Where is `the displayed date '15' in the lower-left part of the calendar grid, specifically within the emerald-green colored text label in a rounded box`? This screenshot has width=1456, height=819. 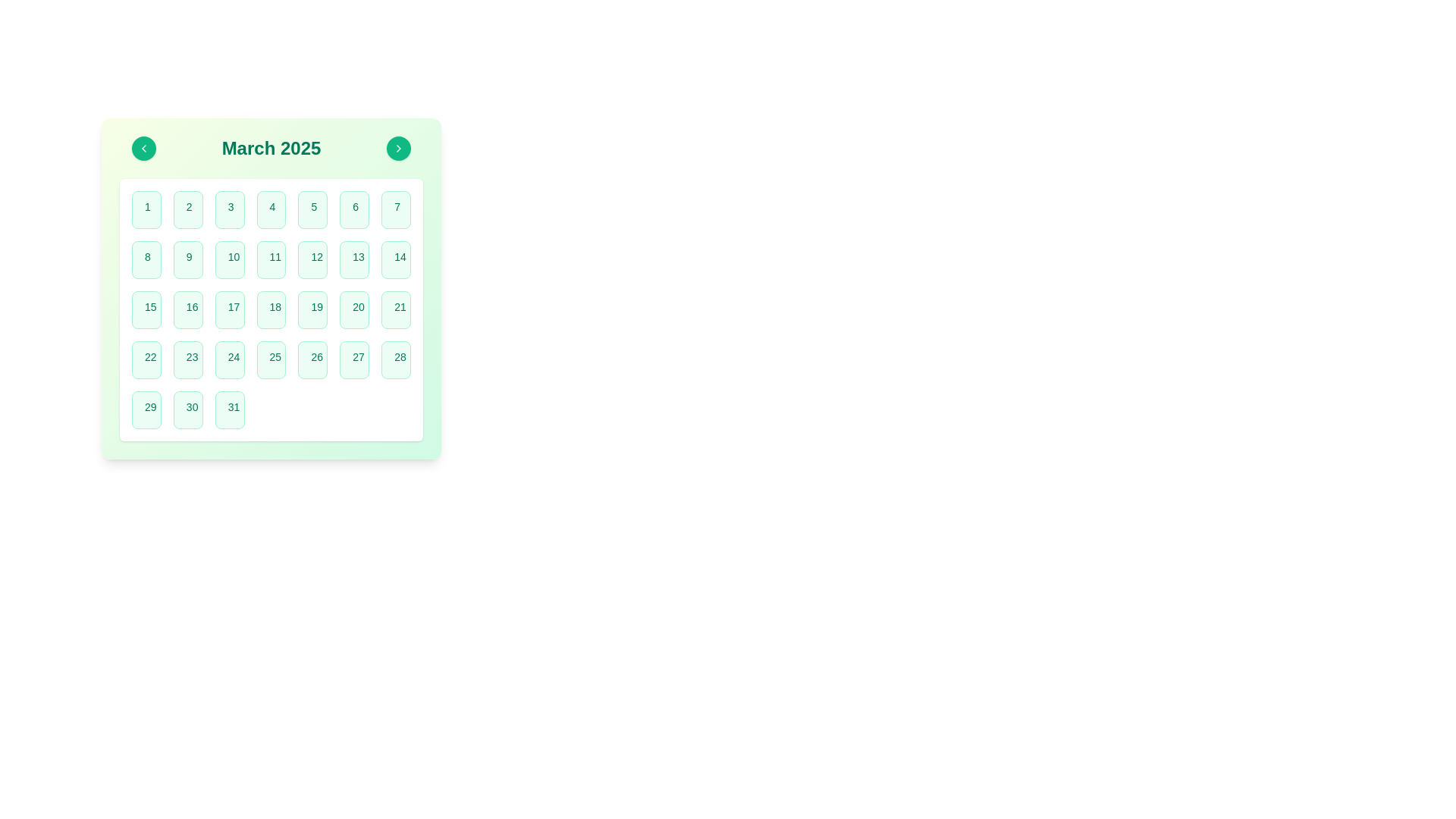 the displayed date '15' in the lower-left part of the calendar grid, specifically within the emerald-green colored text label in a rounded box is located at coordinates (150, 307).